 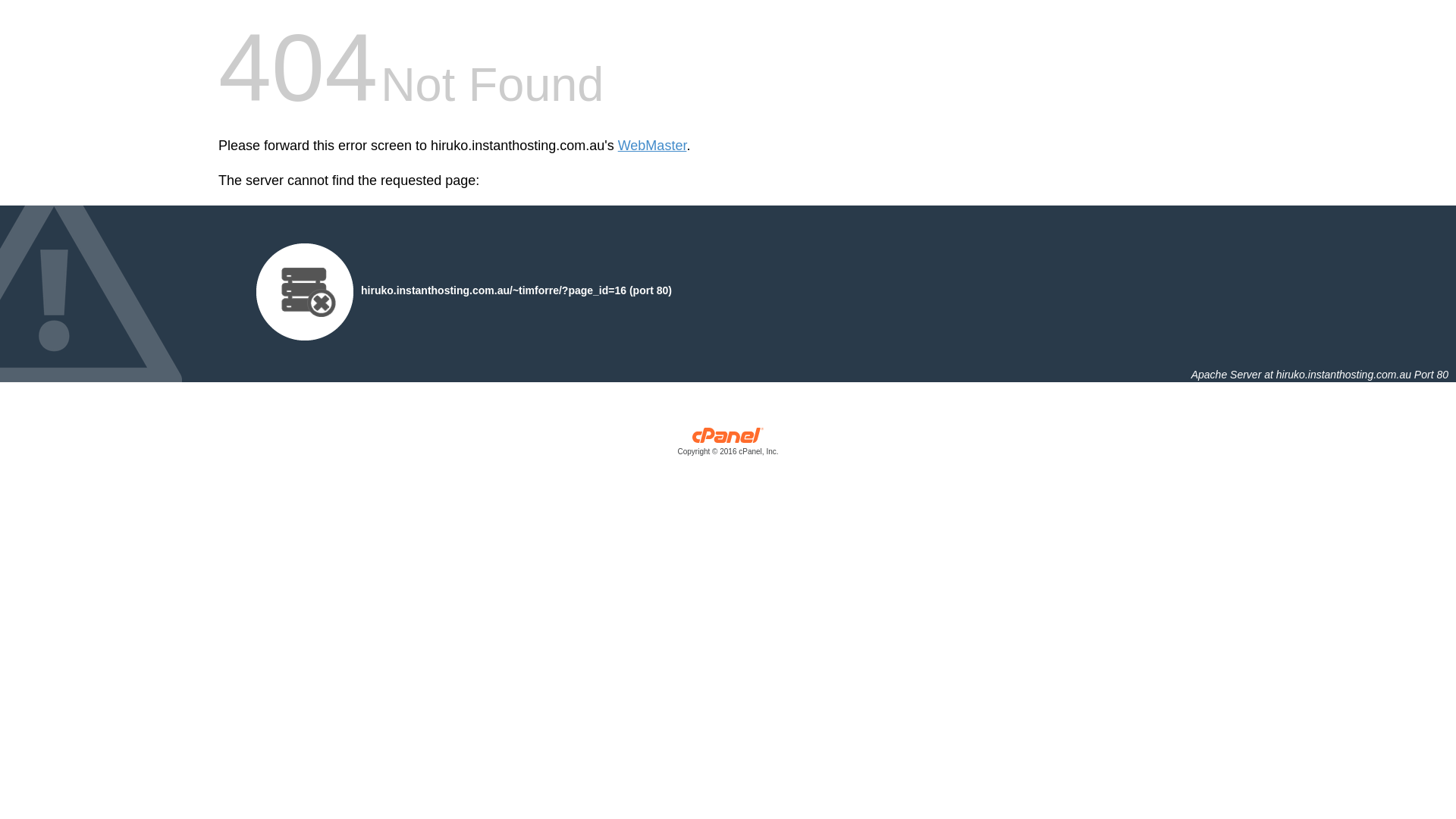 I want to click on 'WebMaster', so click(x=652, y=146).